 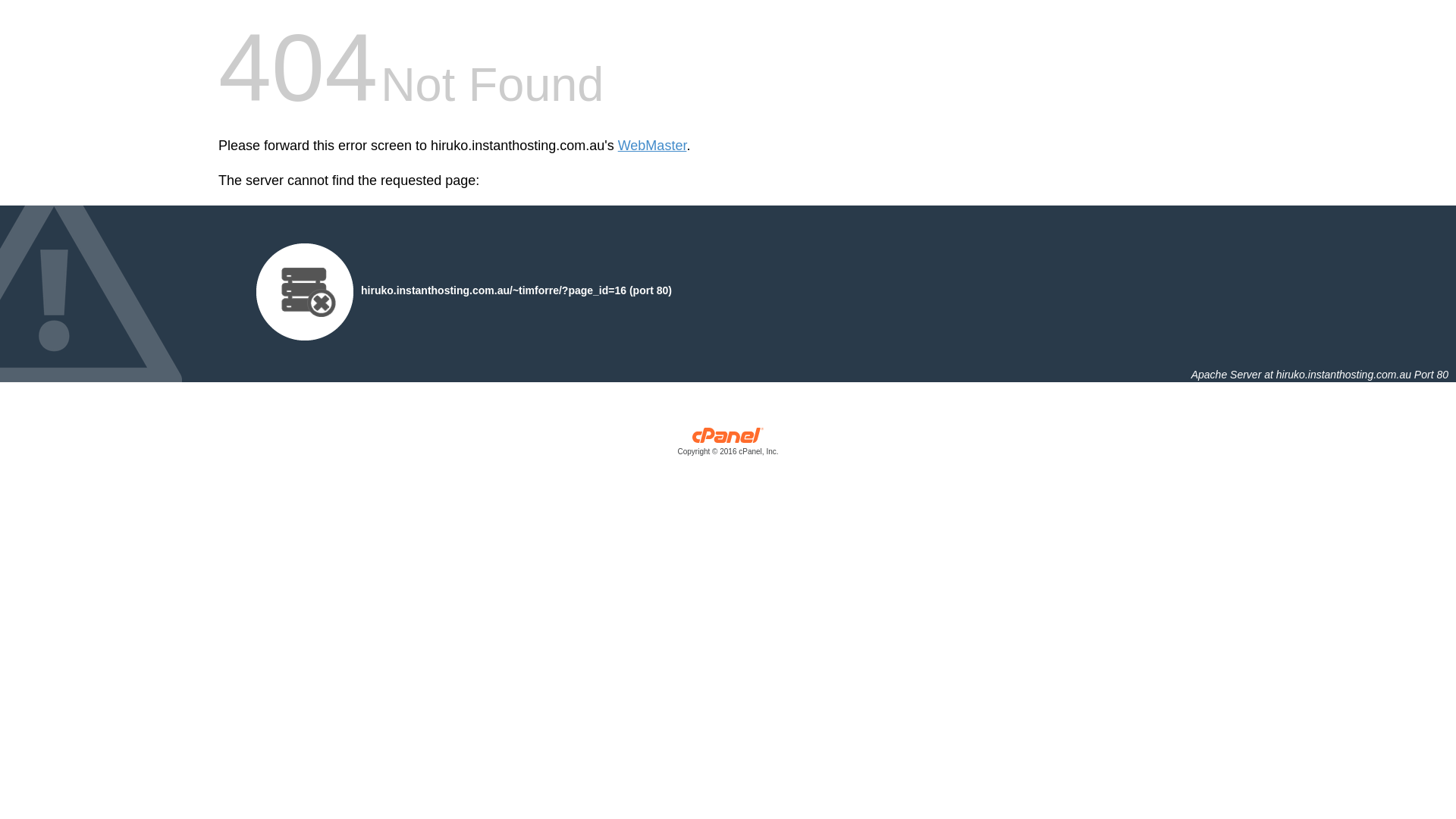 I want to click on 'WebMaster', so click(x=652, y=146).